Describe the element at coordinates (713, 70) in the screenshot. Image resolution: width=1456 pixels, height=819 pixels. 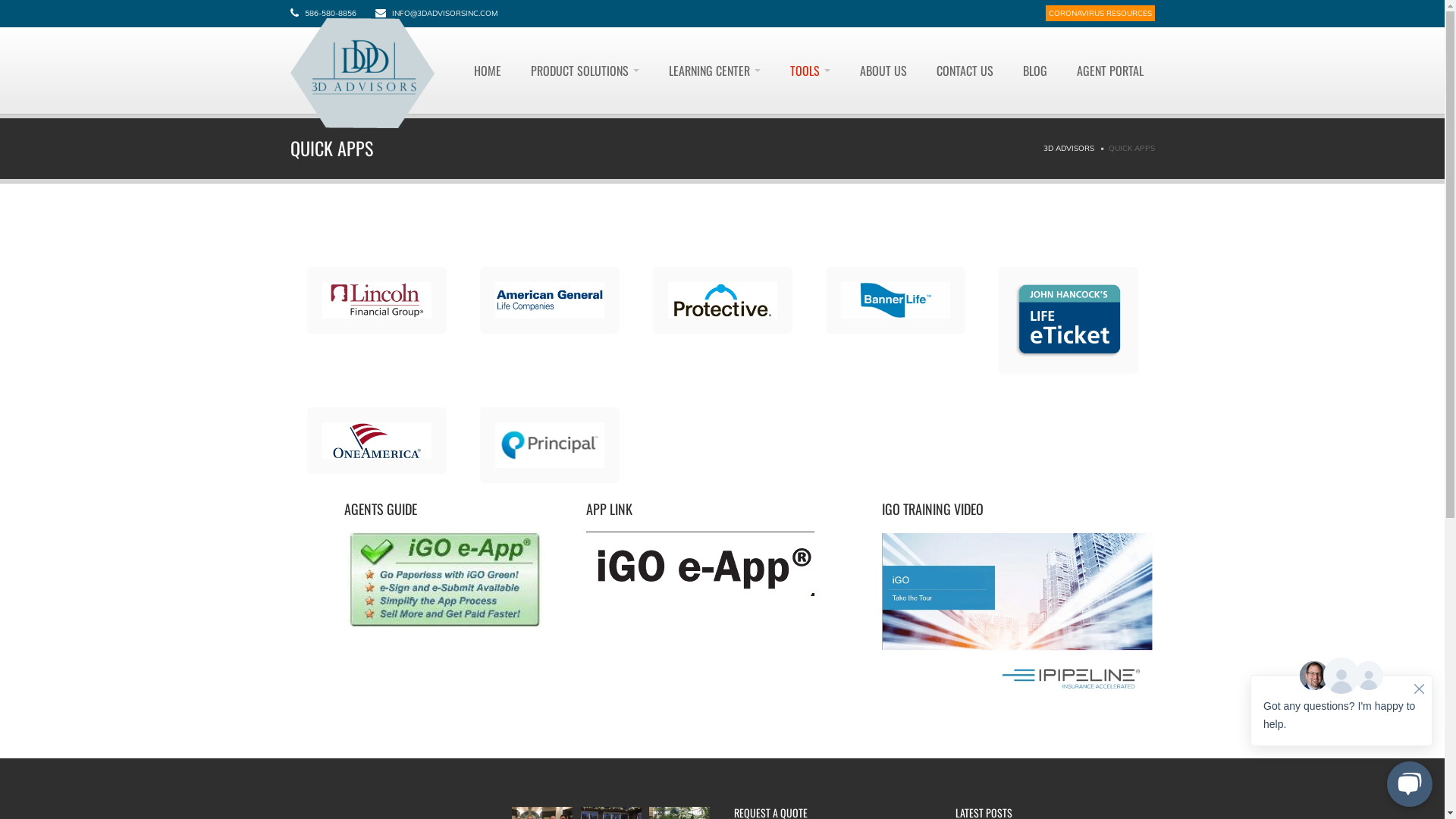
I see `'LEARNING CENTER'` at that location.